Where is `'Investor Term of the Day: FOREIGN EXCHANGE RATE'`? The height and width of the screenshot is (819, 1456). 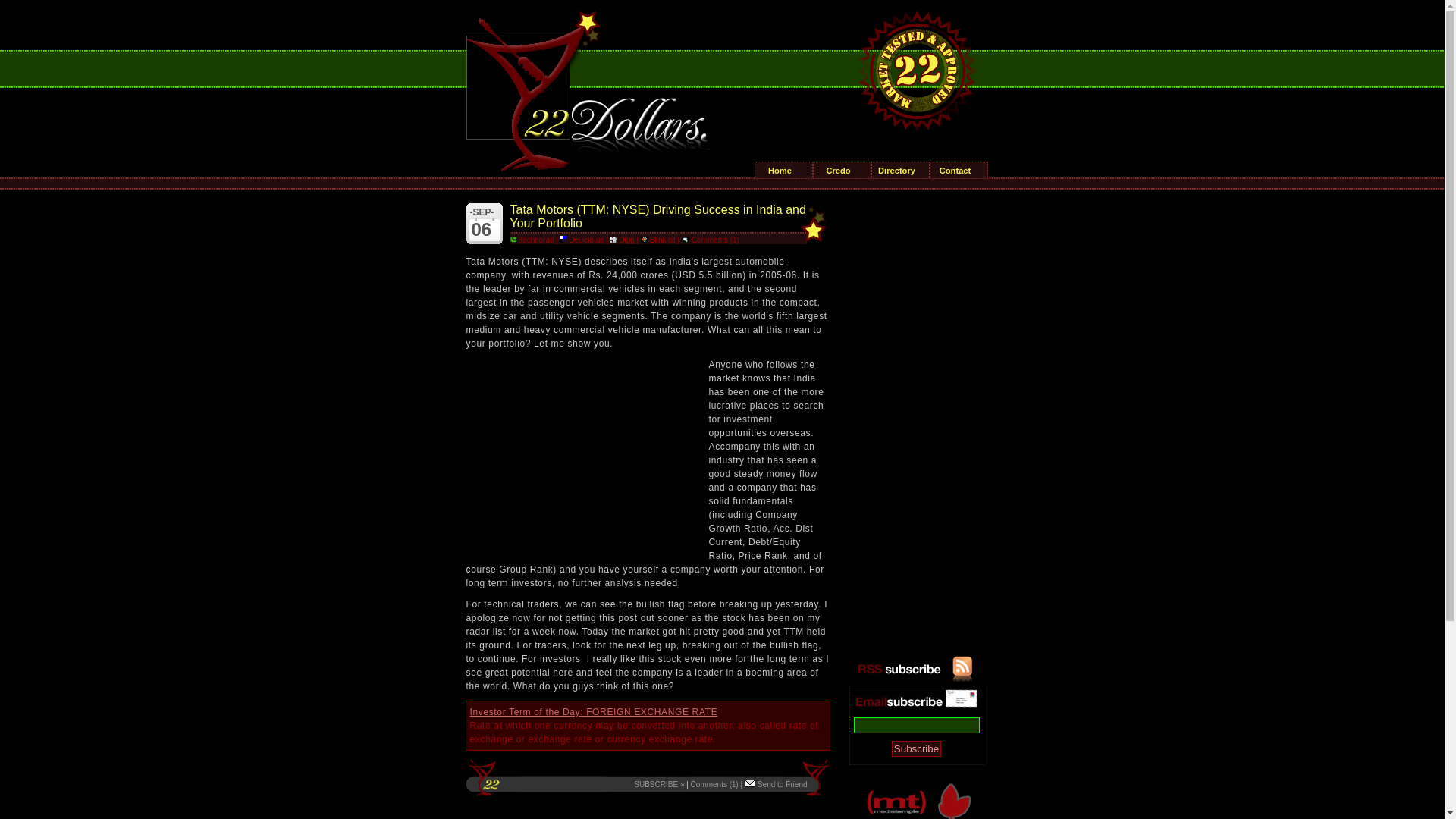 'Investor Term of the Day: FOREIGN EXCHANGE RATE' is located at coordinates (593, 711).